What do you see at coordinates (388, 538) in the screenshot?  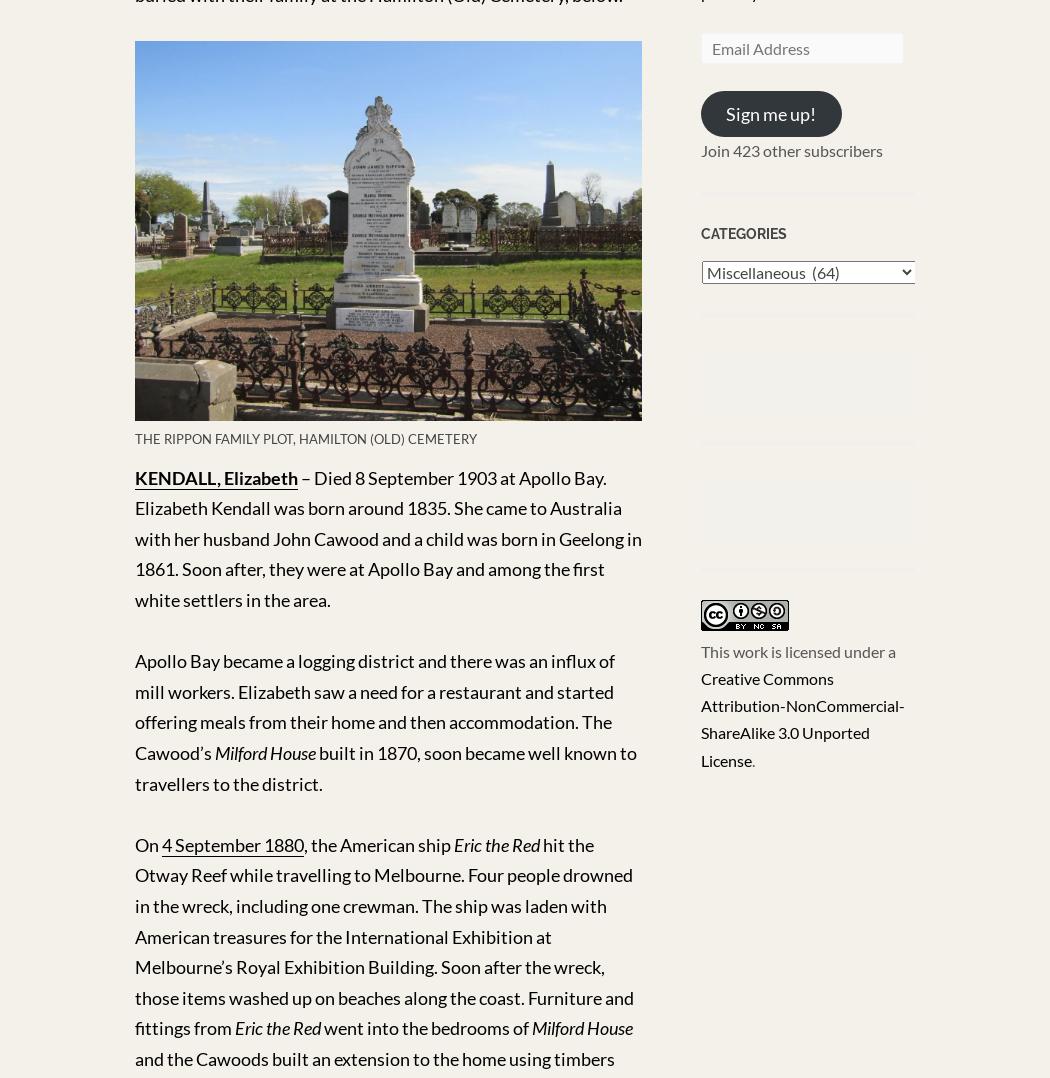 I see `'– Died 8 September 1903 at Apollo Bay. Elizabeth Kendall was born around 1835. She came to Australia with her husband John Cawood and a child was born in Geelong in 1861. Soon after, they were at Apollo Bay and among the first white settlers in the area.'` at bounding box center [388, 538].